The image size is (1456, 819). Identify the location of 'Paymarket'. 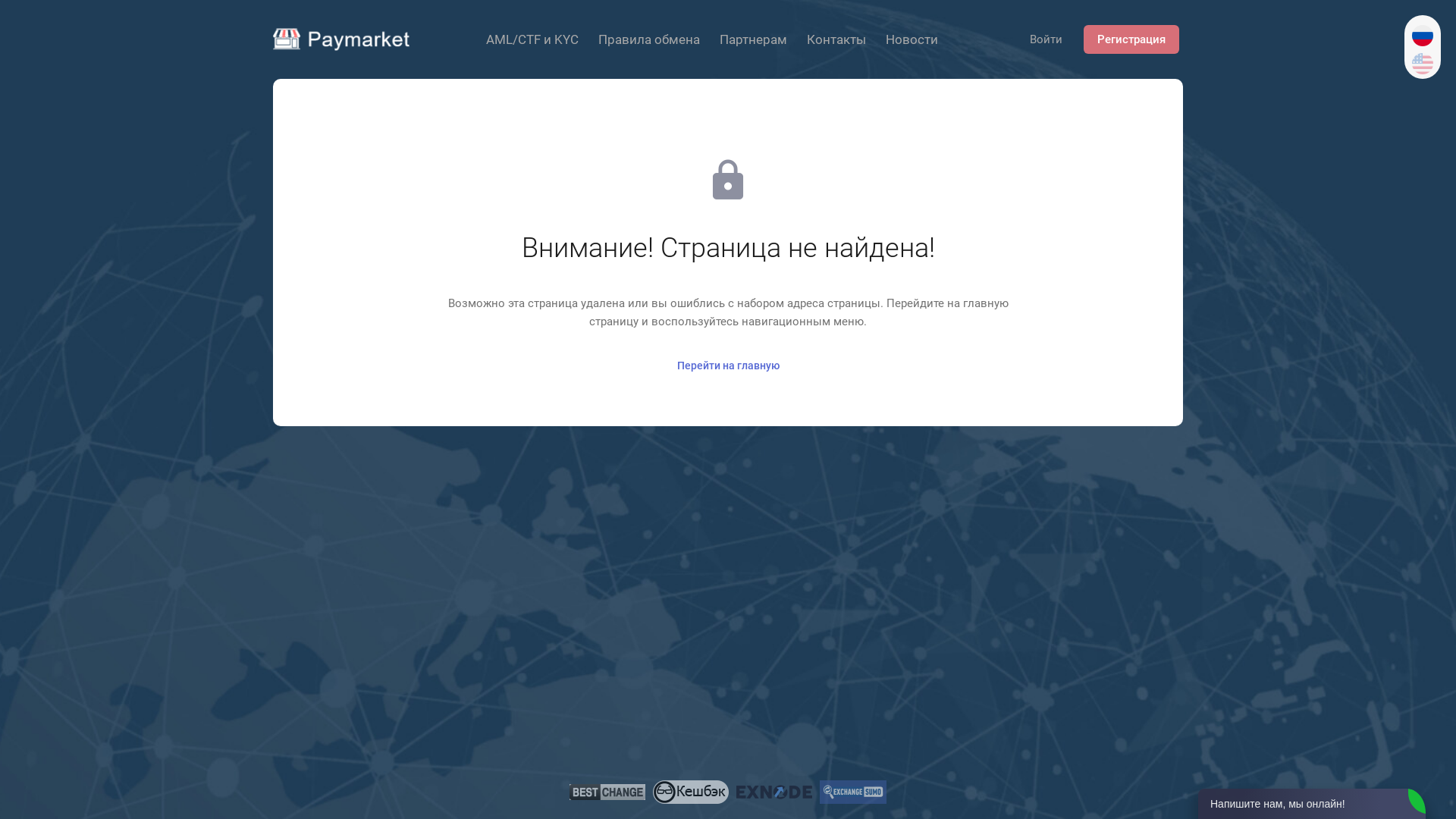
(340, 39).